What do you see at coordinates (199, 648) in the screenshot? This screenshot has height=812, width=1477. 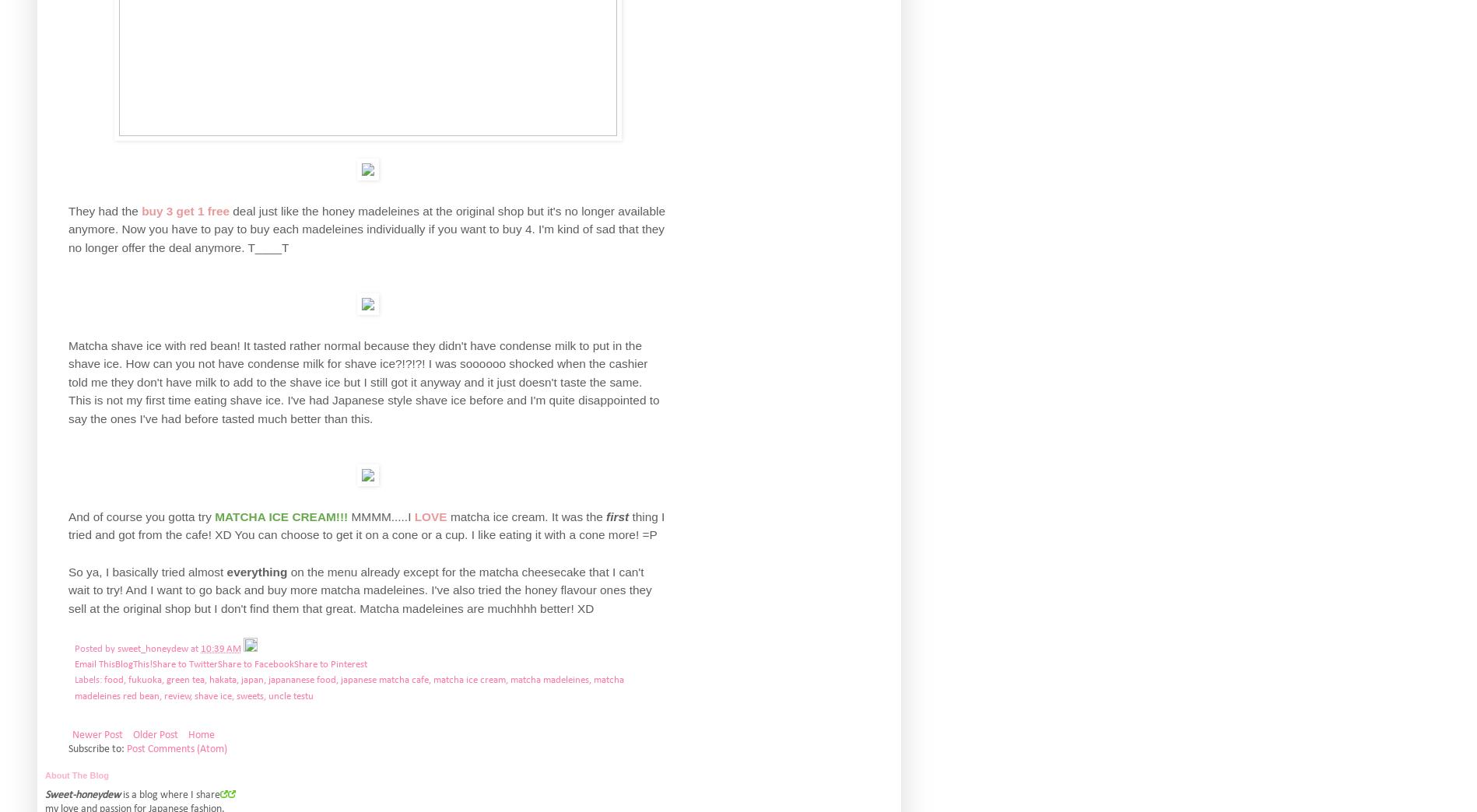 I see `'10:39 AM'` at bounding box center [199, 648].